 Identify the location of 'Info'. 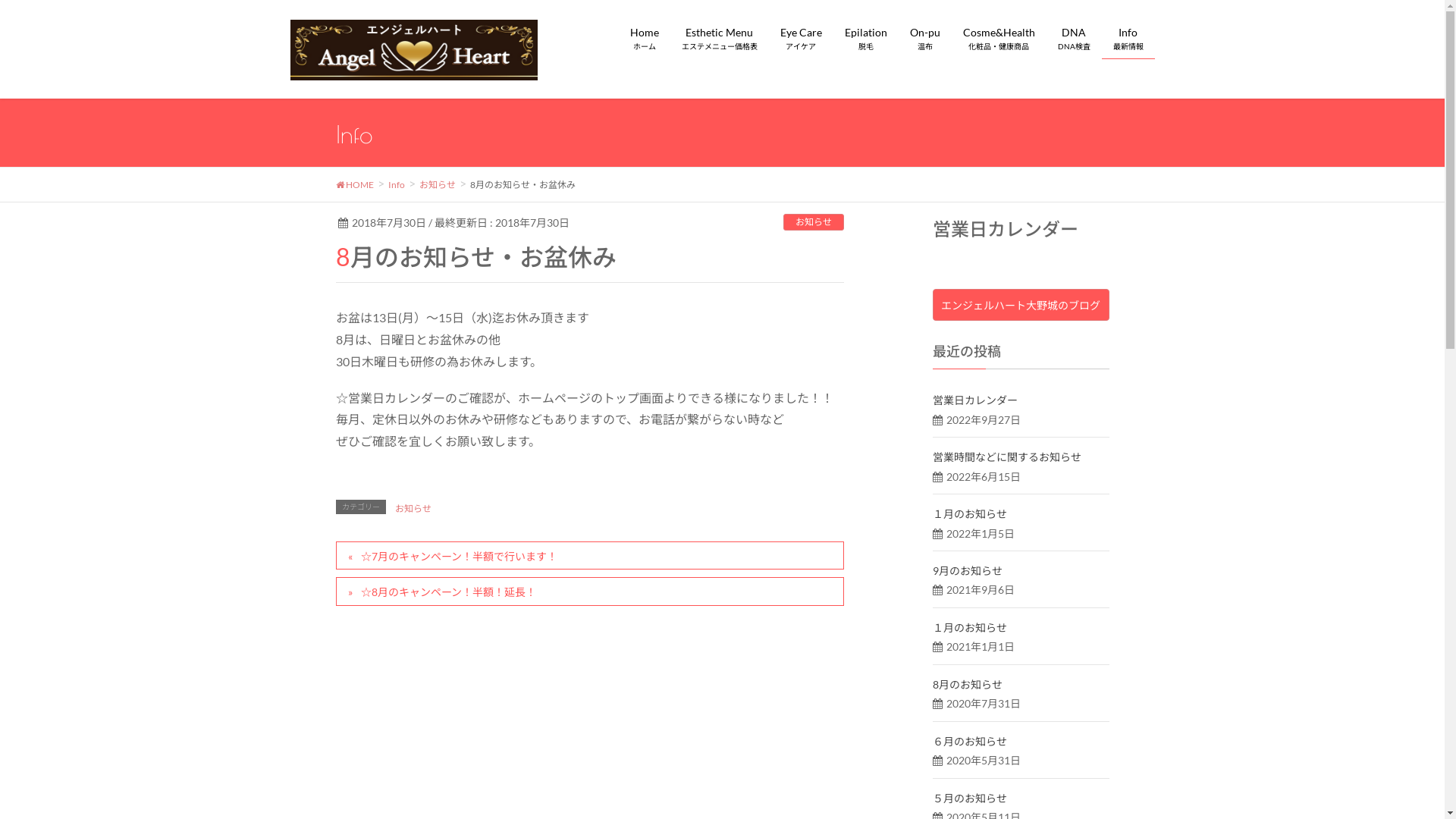
(397, 182).